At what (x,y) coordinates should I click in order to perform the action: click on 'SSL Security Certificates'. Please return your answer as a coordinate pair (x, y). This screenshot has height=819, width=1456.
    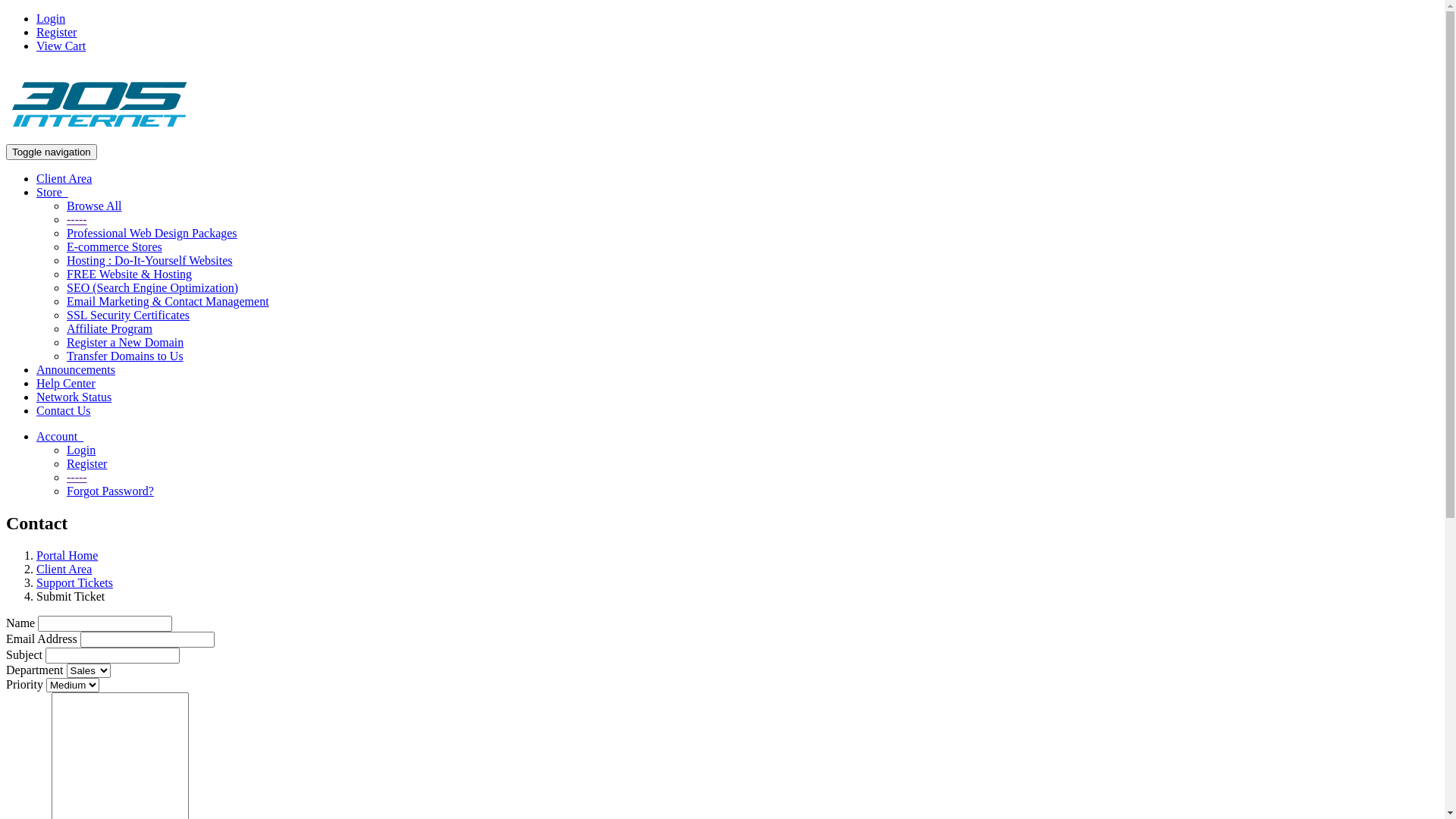
    Looking at the image, I should click on (127, 314).